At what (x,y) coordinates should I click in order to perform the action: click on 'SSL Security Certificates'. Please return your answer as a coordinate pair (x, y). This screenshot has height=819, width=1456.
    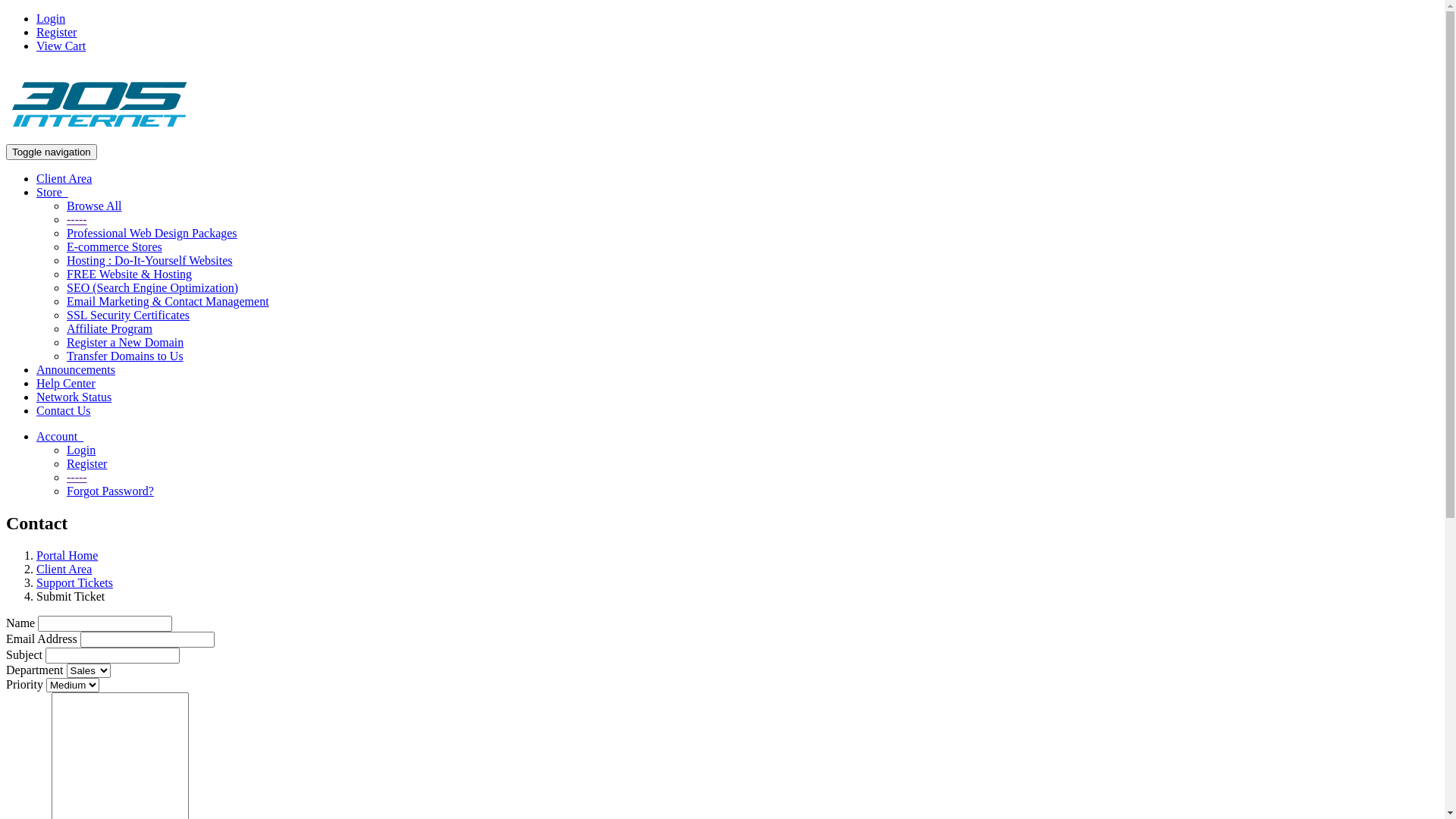
    Looking at the image, I should click on (127, 314).